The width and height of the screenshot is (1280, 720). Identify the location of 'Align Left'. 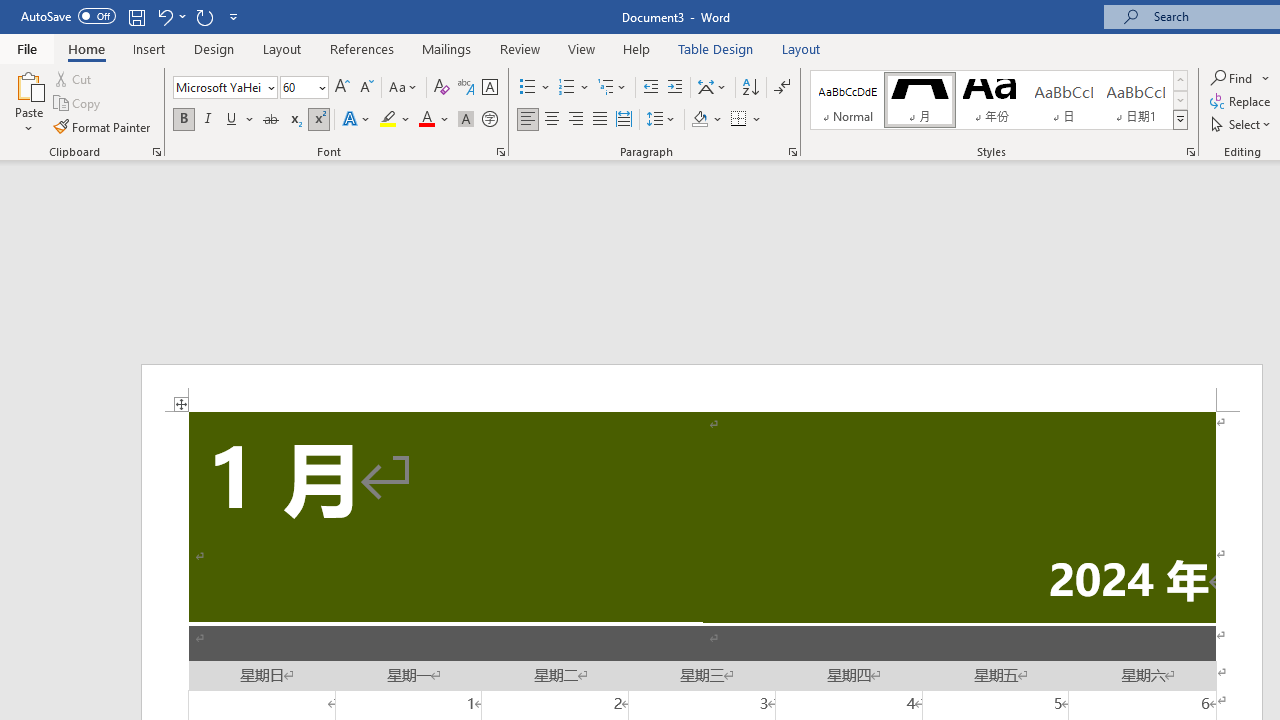
(528, 119).